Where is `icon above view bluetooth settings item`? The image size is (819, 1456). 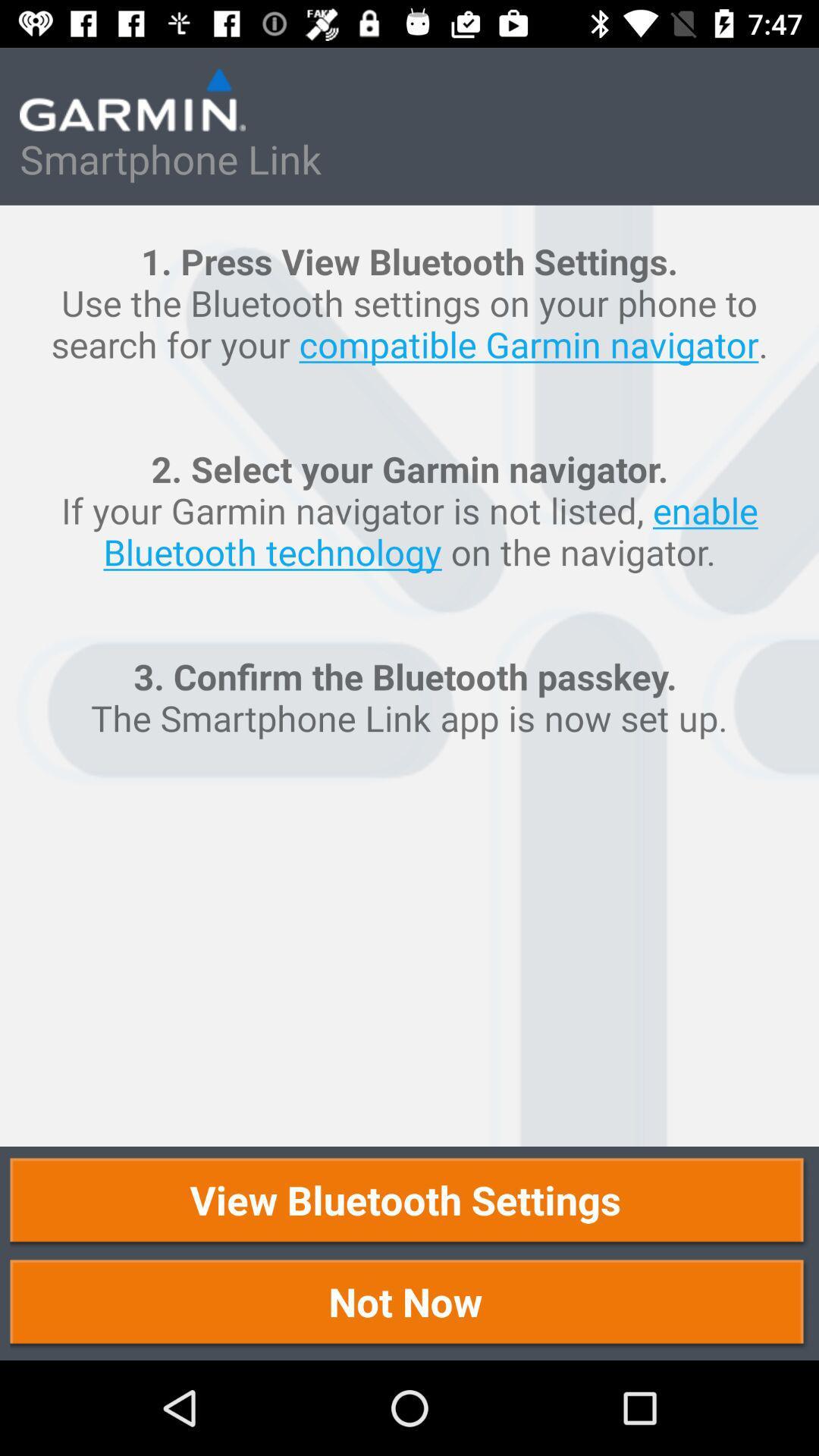 icon above view bluetooth settings item is located at coordinates (409, 675).